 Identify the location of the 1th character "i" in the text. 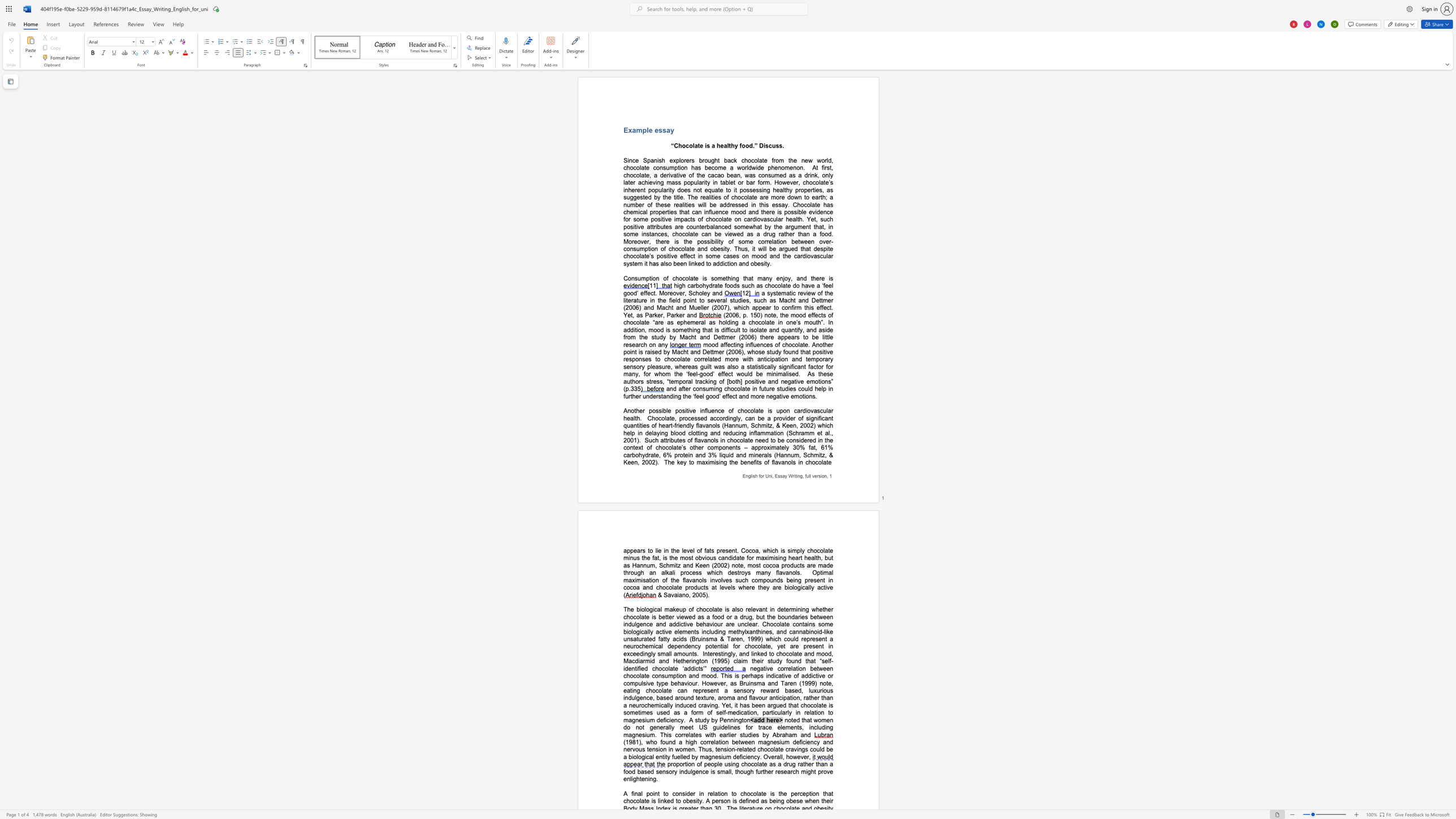
(633, 793).